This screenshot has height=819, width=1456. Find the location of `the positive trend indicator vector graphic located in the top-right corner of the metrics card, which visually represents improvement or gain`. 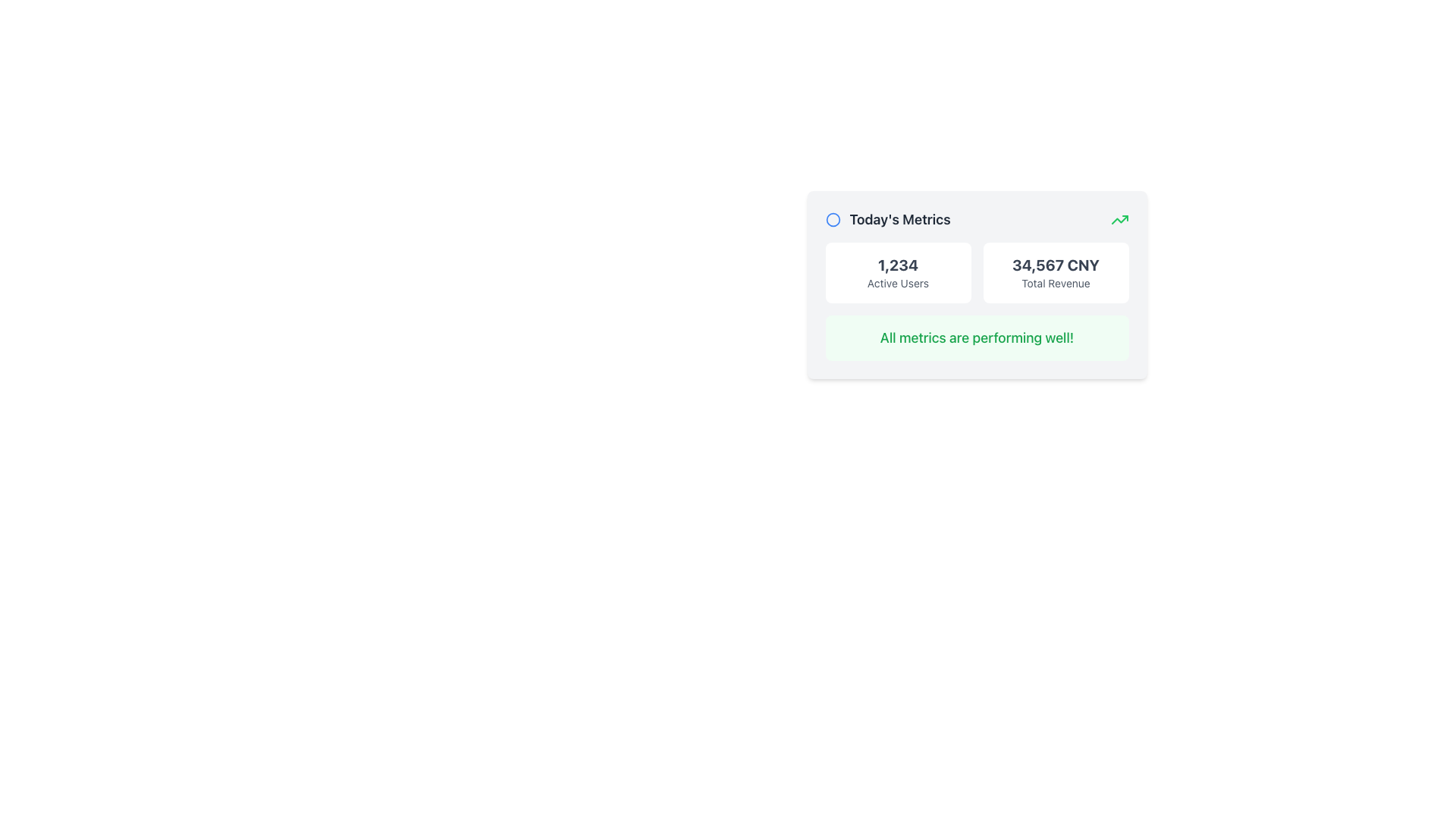

the positive trend indicator vector graphic located in the top-right corner of the metrics card, which visually represents improvement or gain is located at coordinates (1119, 219).